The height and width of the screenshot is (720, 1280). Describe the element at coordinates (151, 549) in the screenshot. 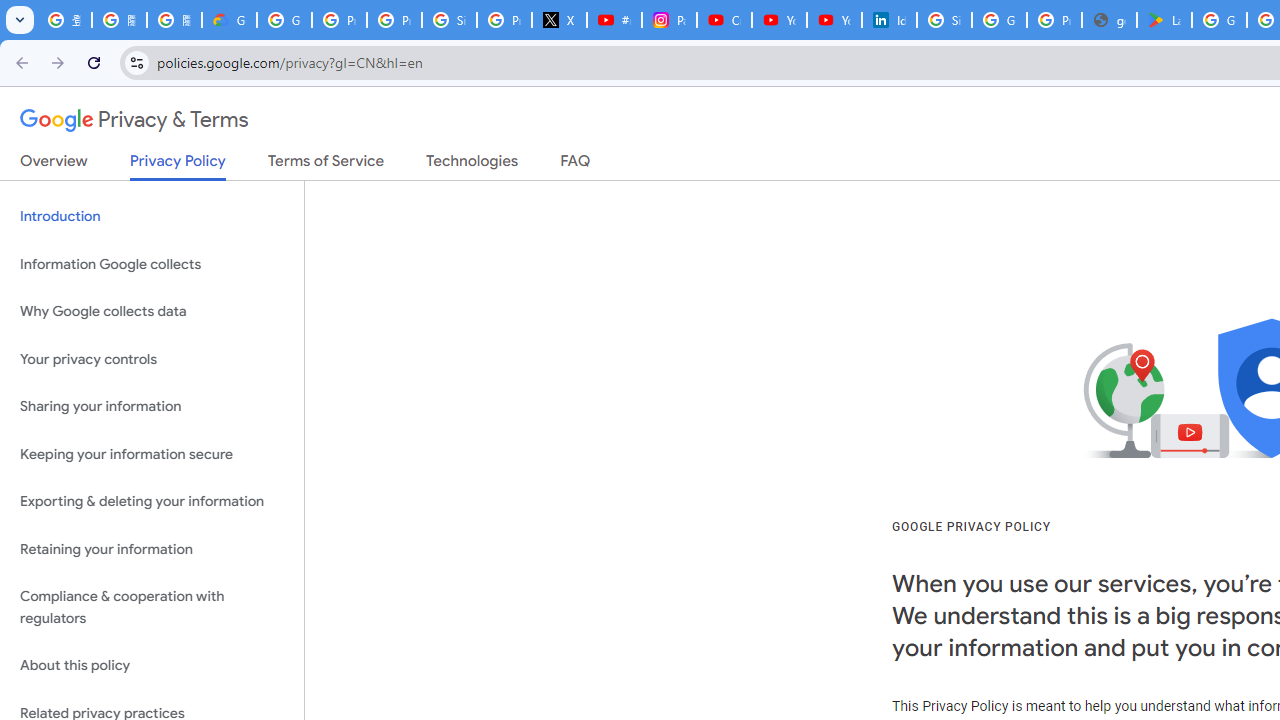

I see `'Retaining your information'` at that location.